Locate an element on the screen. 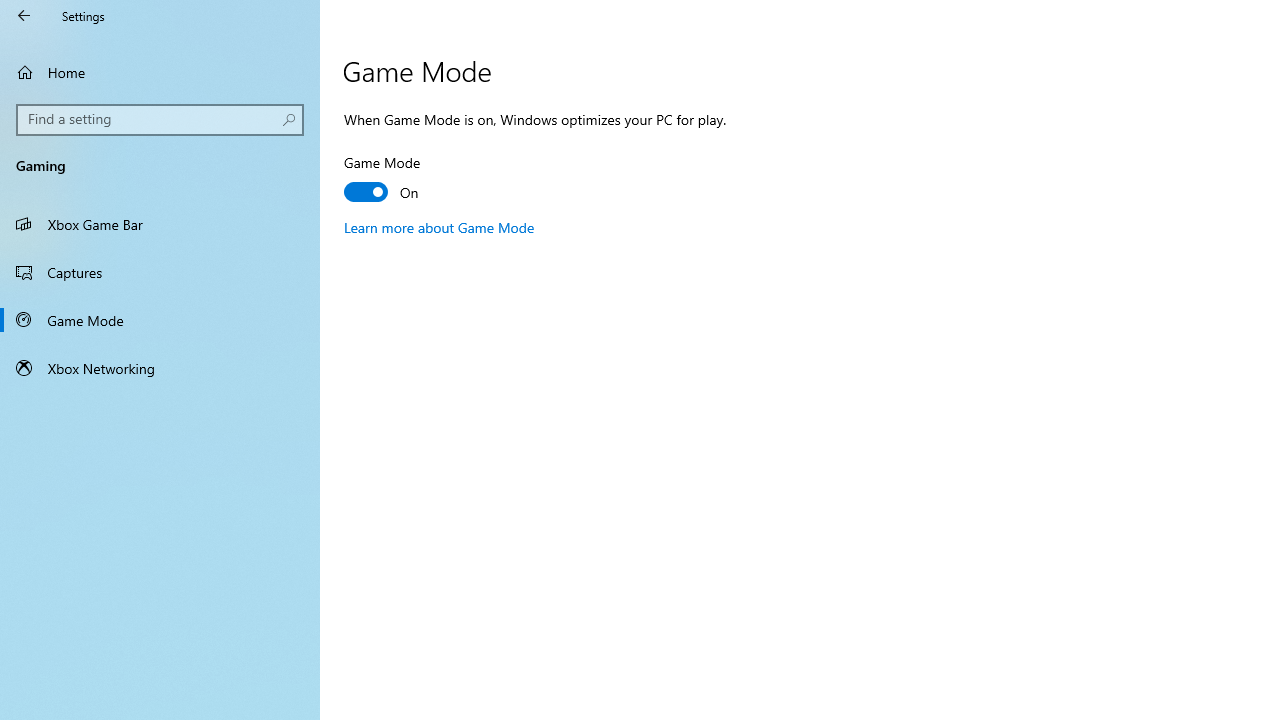 This screenshot has height=720, width=1280. 'Captures' is located at coordinates (160, 271).